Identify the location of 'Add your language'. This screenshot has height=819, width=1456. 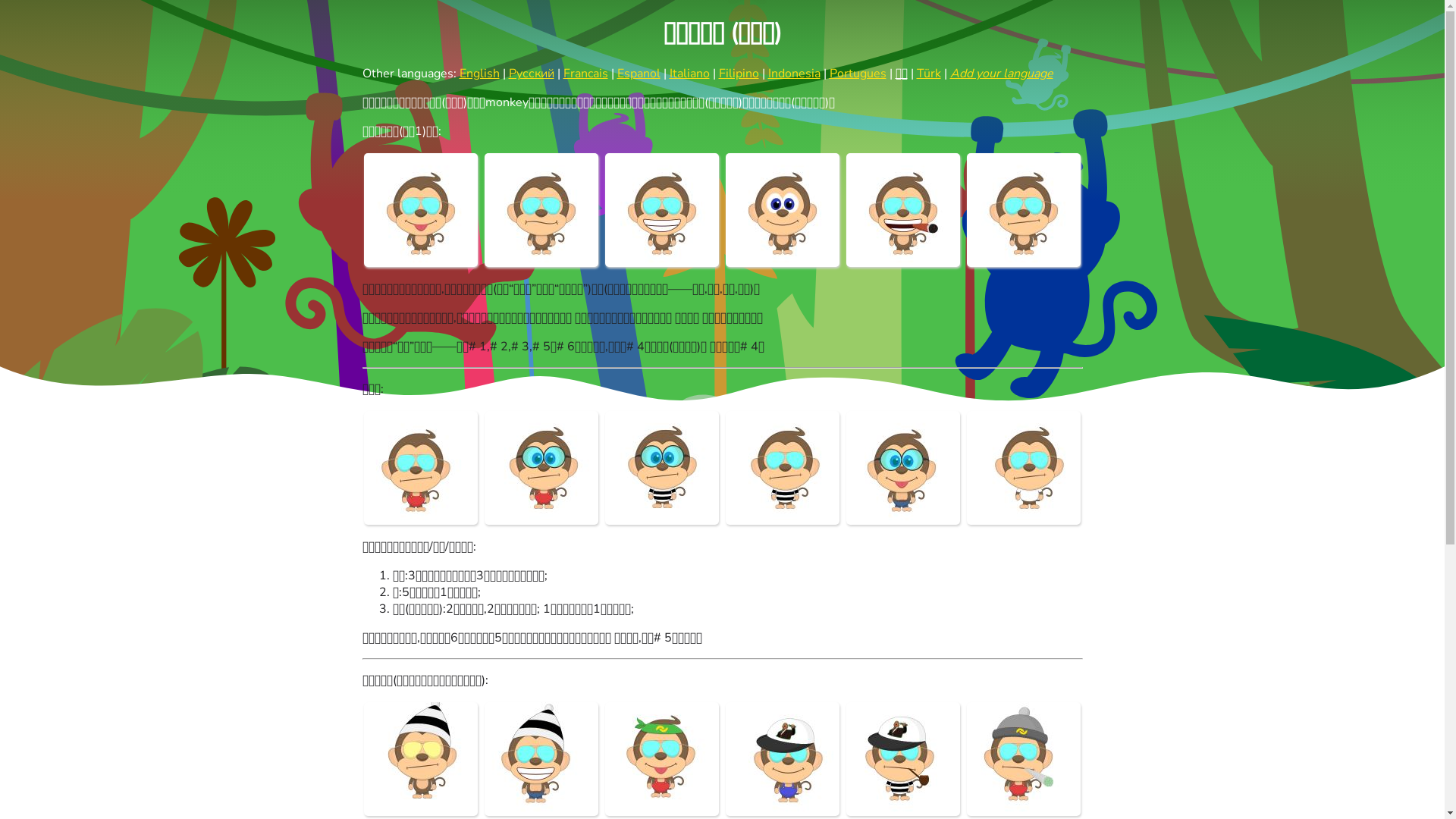
(1001, 73).